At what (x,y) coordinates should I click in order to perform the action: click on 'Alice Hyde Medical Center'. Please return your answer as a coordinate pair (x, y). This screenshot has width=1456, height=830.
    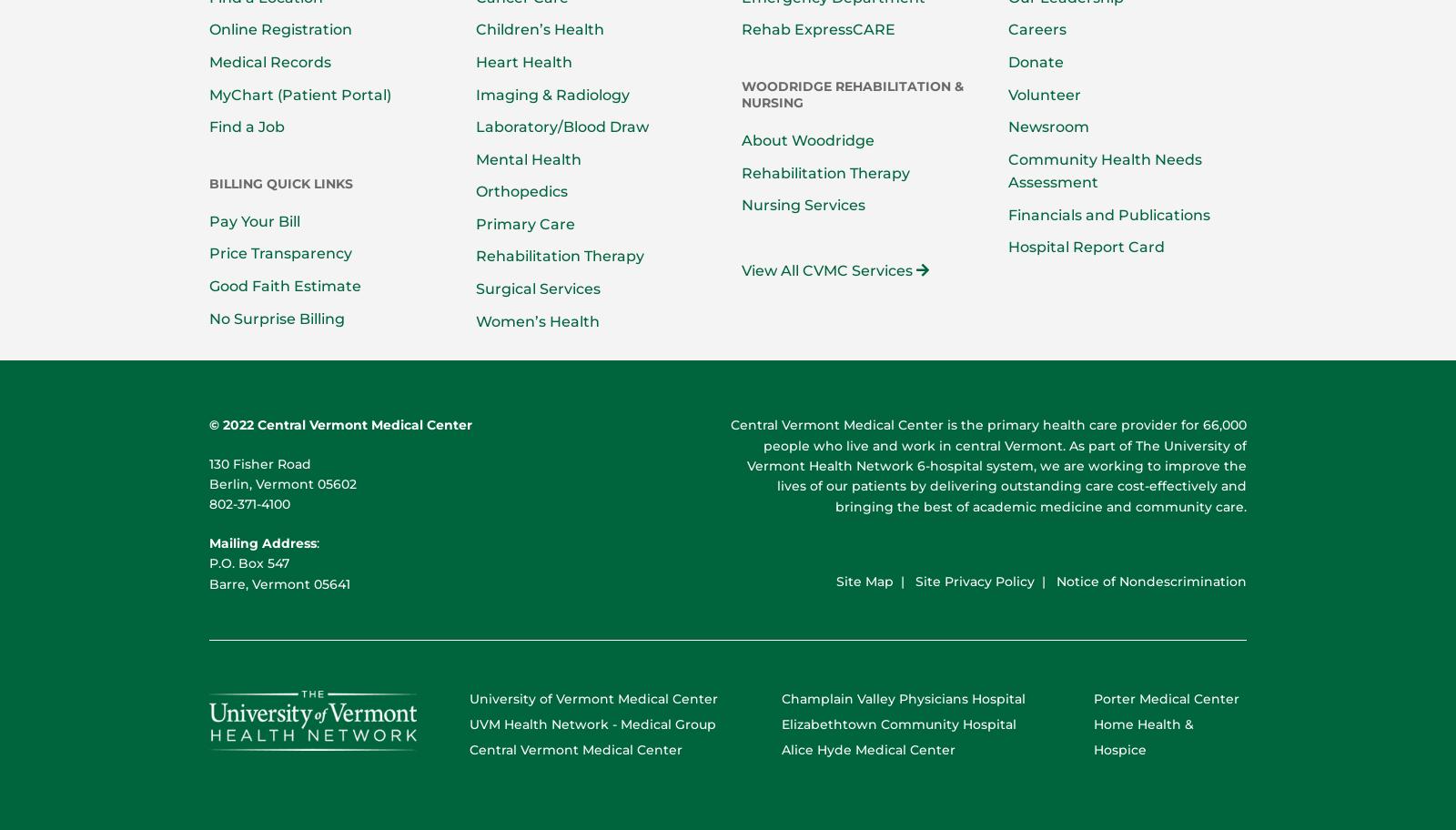
    Looking at the image, I should click on (867, 748).